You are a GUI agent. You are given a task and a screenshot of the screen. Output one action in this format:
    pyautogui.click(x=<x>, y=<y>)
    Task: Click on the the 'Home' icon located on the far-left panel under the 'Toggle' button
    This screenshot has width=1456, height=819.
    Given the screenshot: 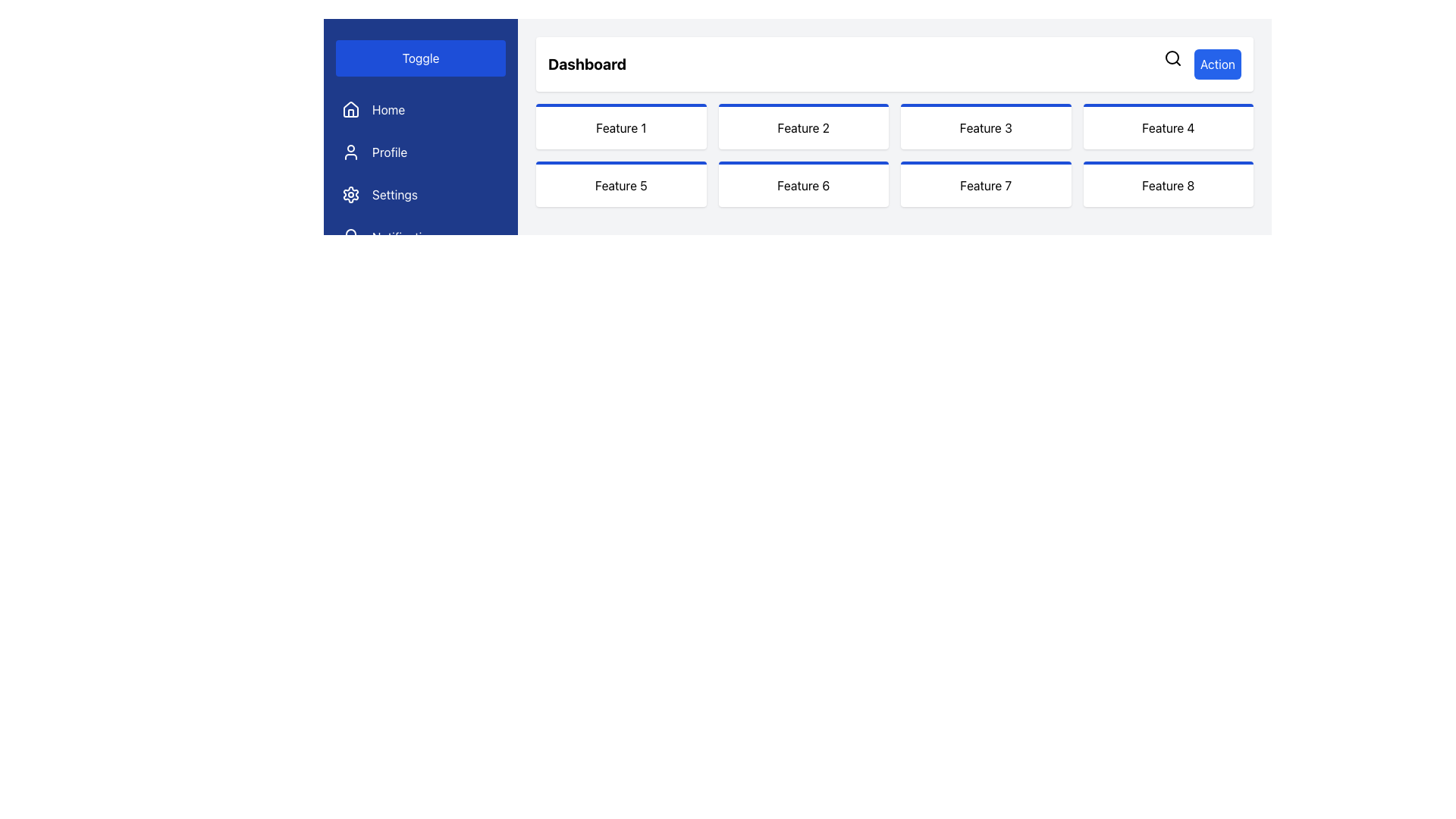 What is the action you would take?
    pyautogui.click(x=350, y=109)
    